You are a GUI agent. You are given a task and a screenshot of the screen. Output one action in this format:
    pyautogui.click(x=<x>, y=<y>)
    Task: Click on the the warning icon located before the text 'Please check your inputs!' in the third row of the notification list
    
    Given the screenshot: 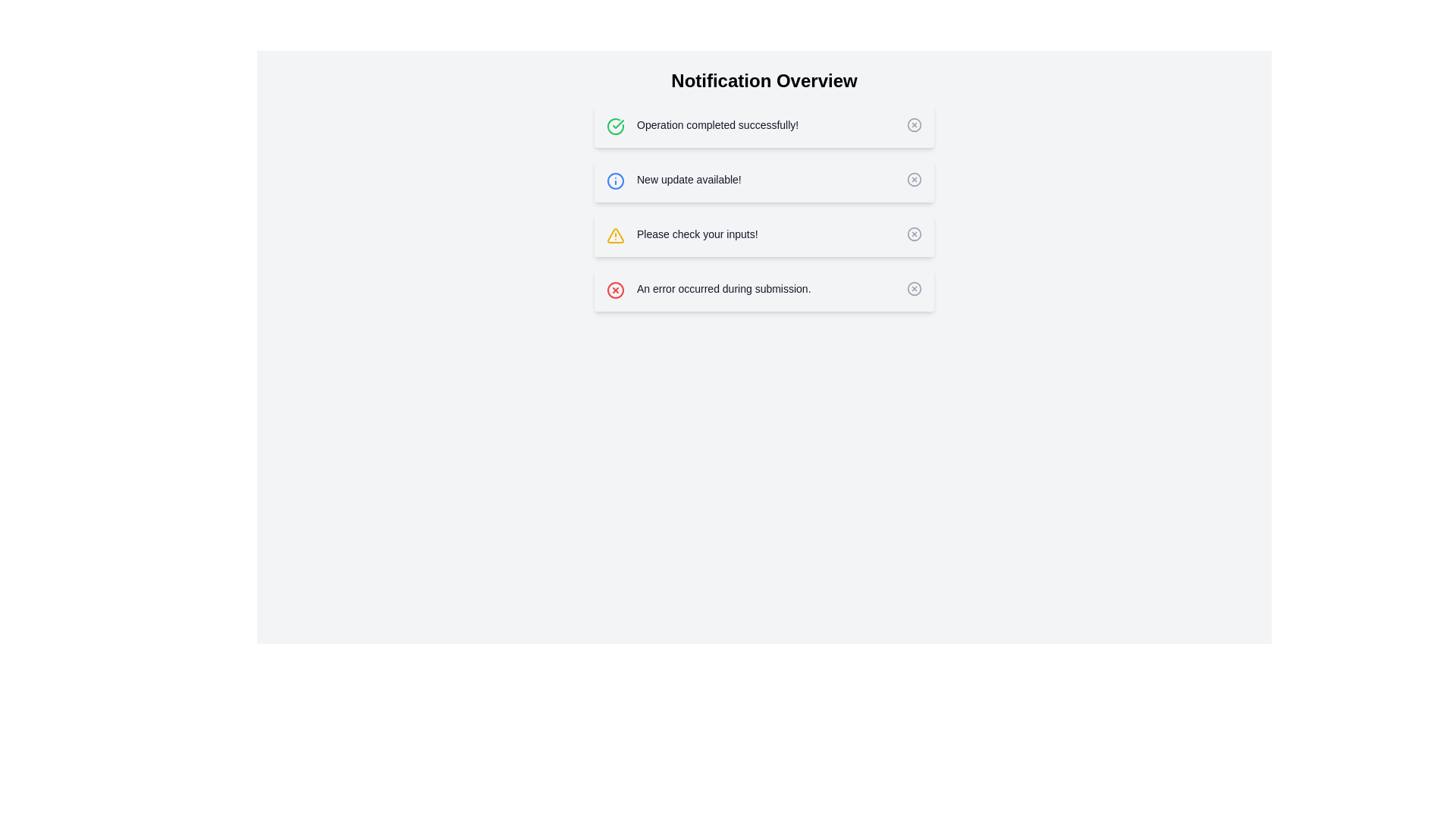 What is the action you would take?
    pyautogui.click(x=615, y=236)
    